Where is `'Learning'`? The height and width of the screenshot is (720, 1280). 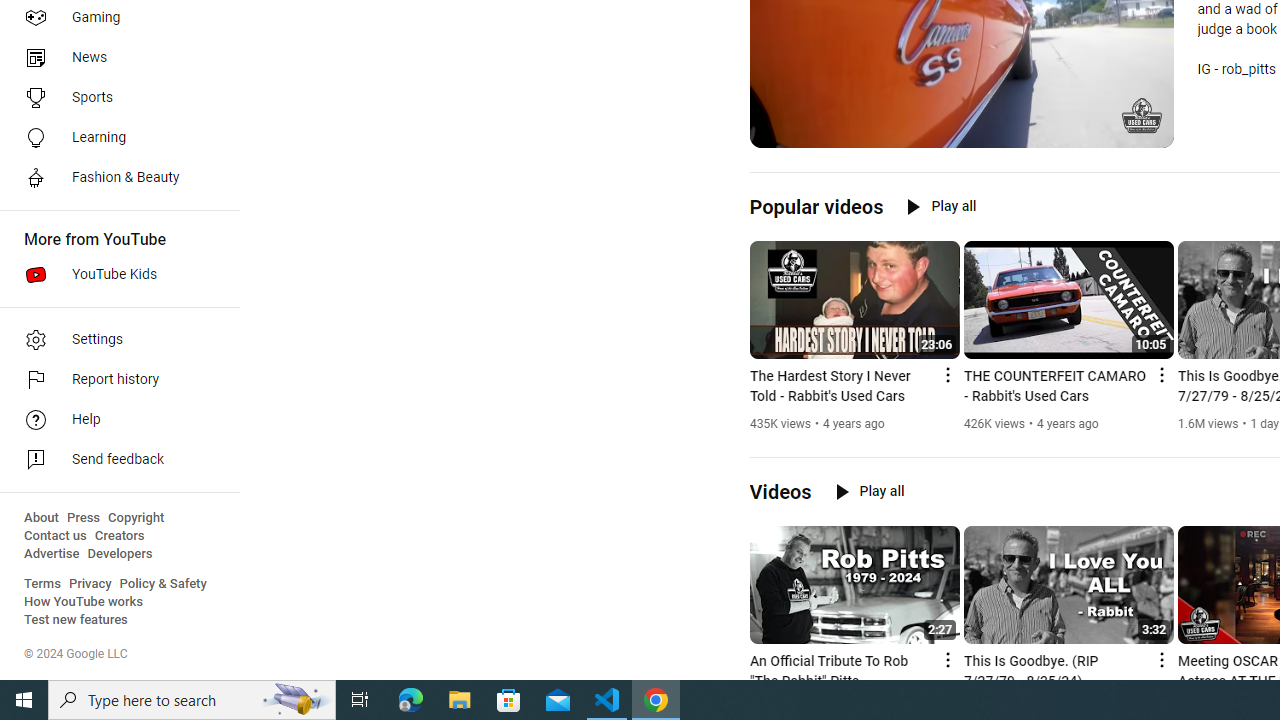 'Learning' is located at coordinates (112, 136).